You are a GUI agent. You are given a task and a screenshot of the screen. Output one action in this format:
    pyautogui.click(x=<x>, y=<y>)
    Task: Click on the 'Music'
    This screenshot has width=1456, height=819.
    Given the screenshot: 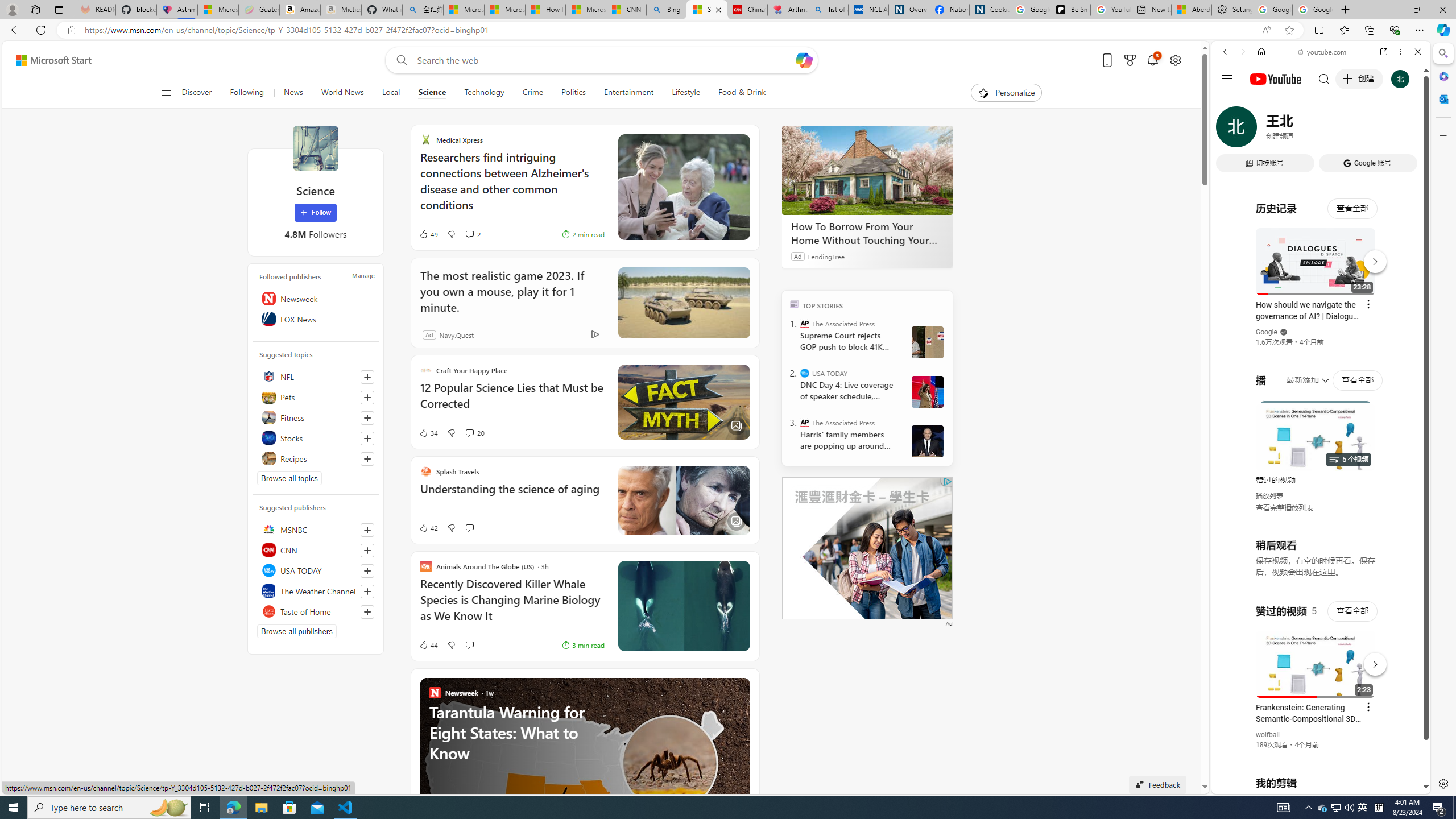 What is the action you would take?
    pyautogui.click(x=1319, y=309)
    